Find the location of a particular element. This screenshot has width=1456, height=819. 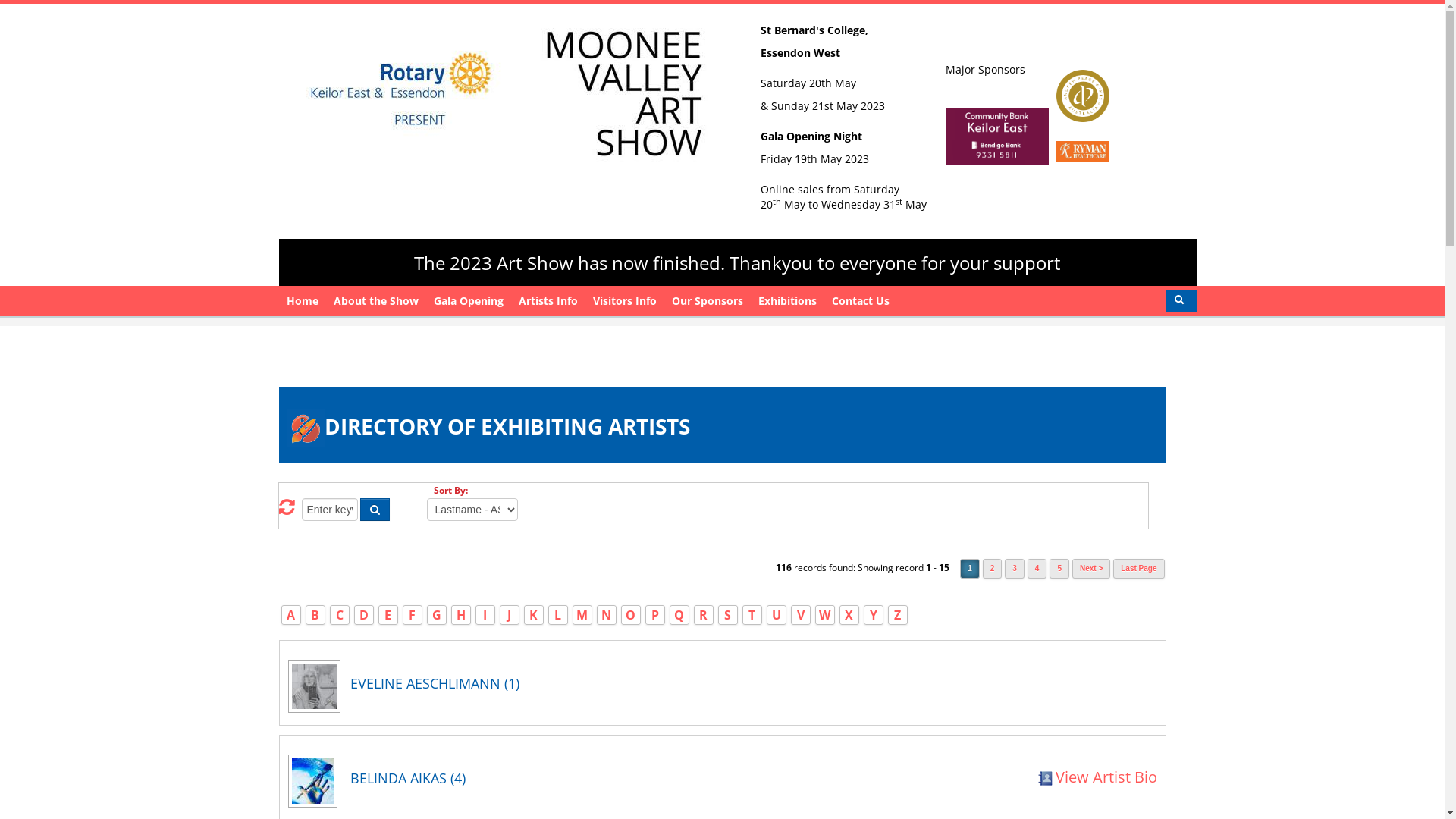

'Our Sponsors' is located at coordinates (664, 301).